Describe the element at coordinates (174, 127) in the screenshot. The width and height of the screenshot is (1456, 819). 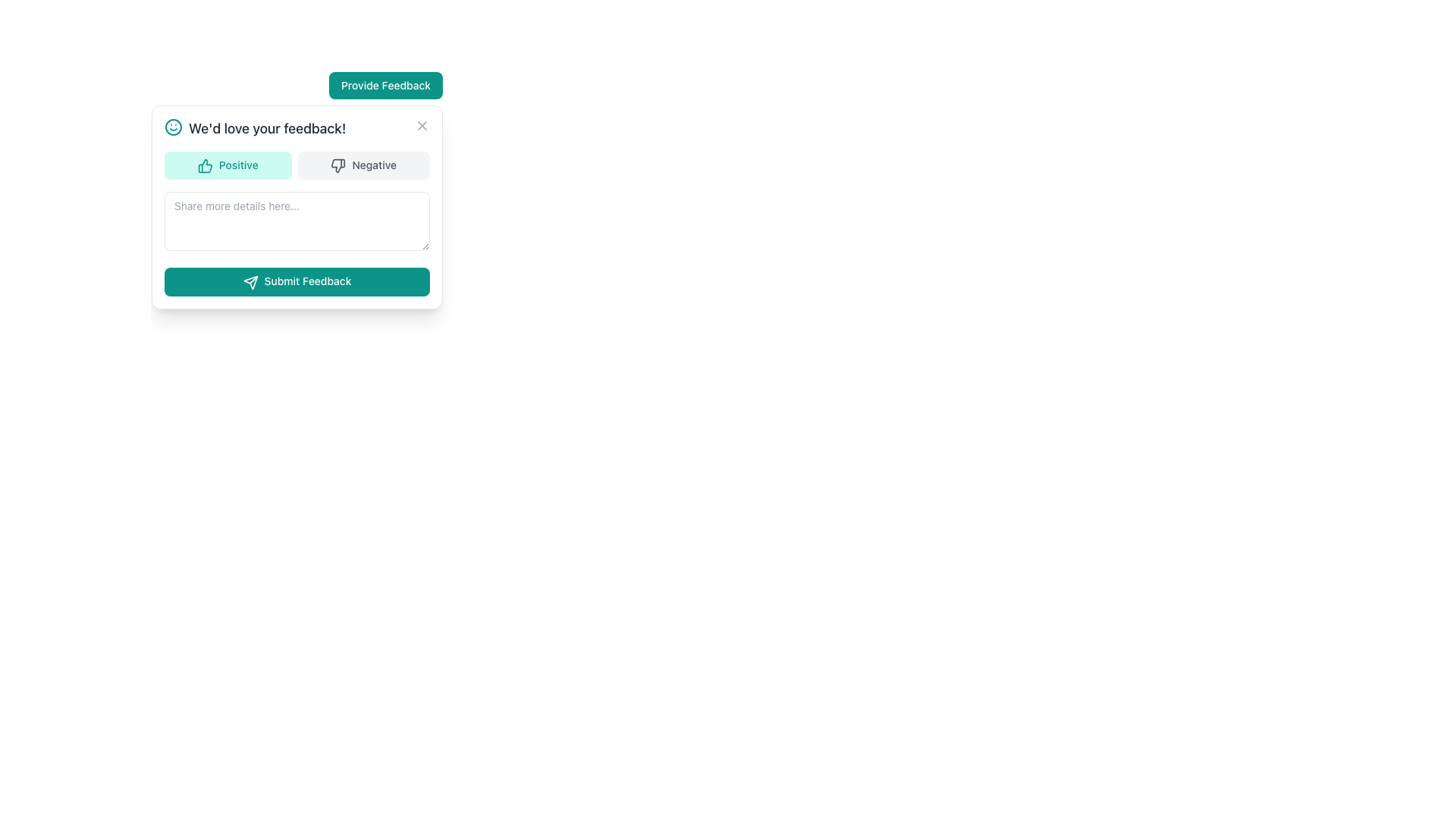
I see `the decorative SVG circle element that is part of the smiley face icon in the upper left corner of the 'We'd love your feedback!' dialog box` at that location.